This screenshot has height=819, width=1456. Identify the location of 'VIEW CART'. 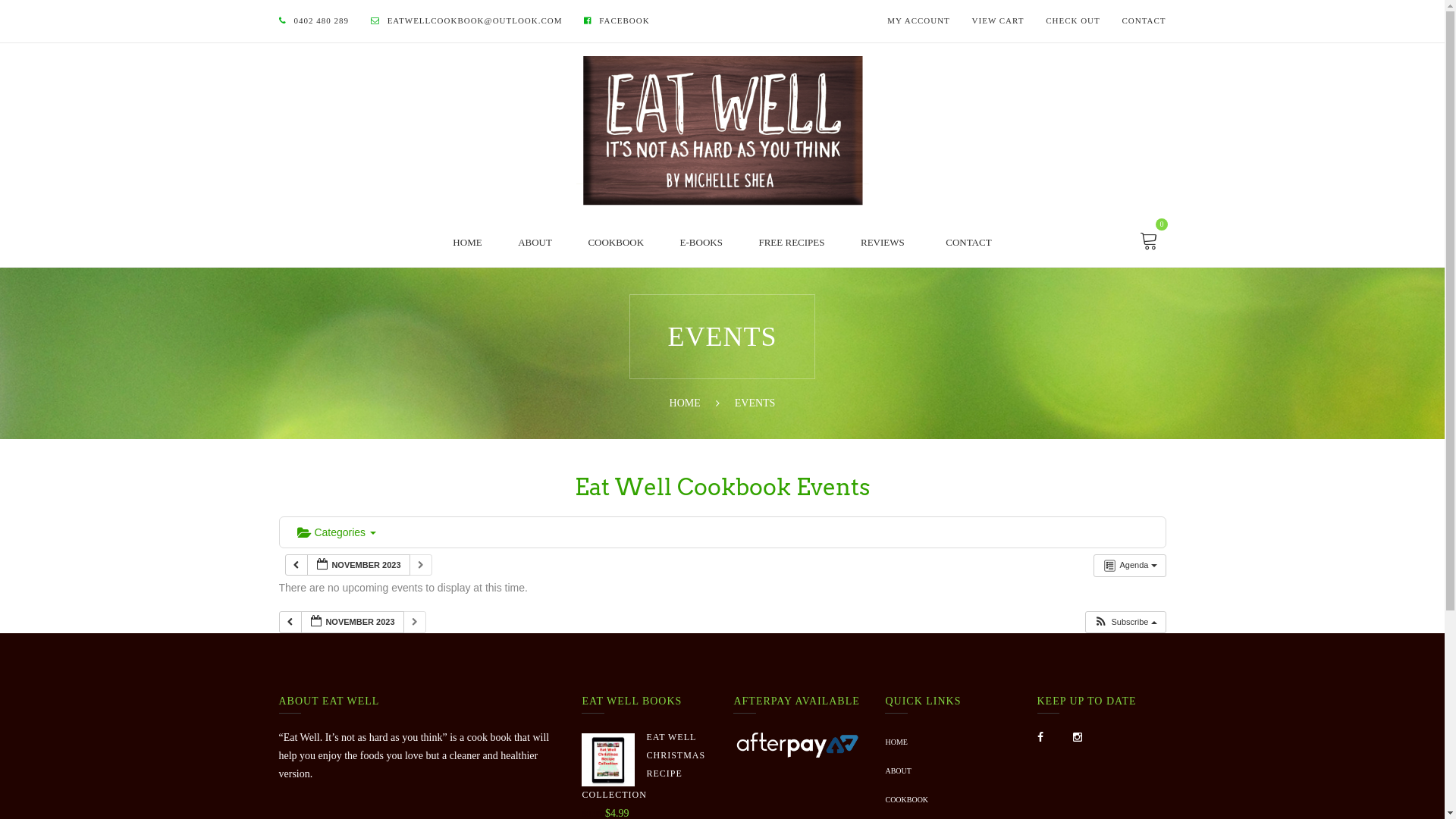
(998, 20).